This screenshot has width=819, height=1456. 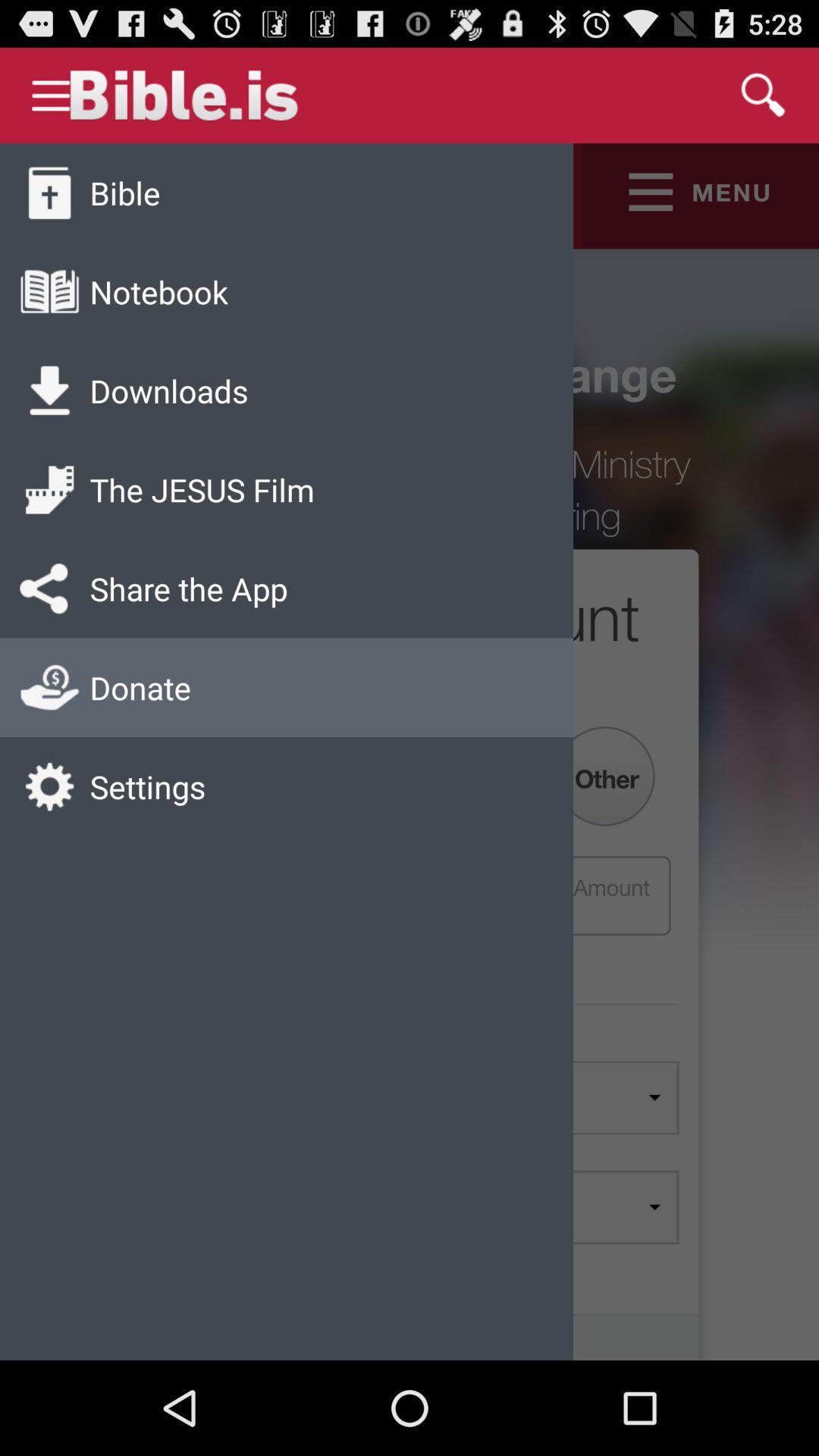 What do you see at coordinates (148, 786) in the screenshot?
I see `icon below the donate icon` at bounding box center [148, 786].